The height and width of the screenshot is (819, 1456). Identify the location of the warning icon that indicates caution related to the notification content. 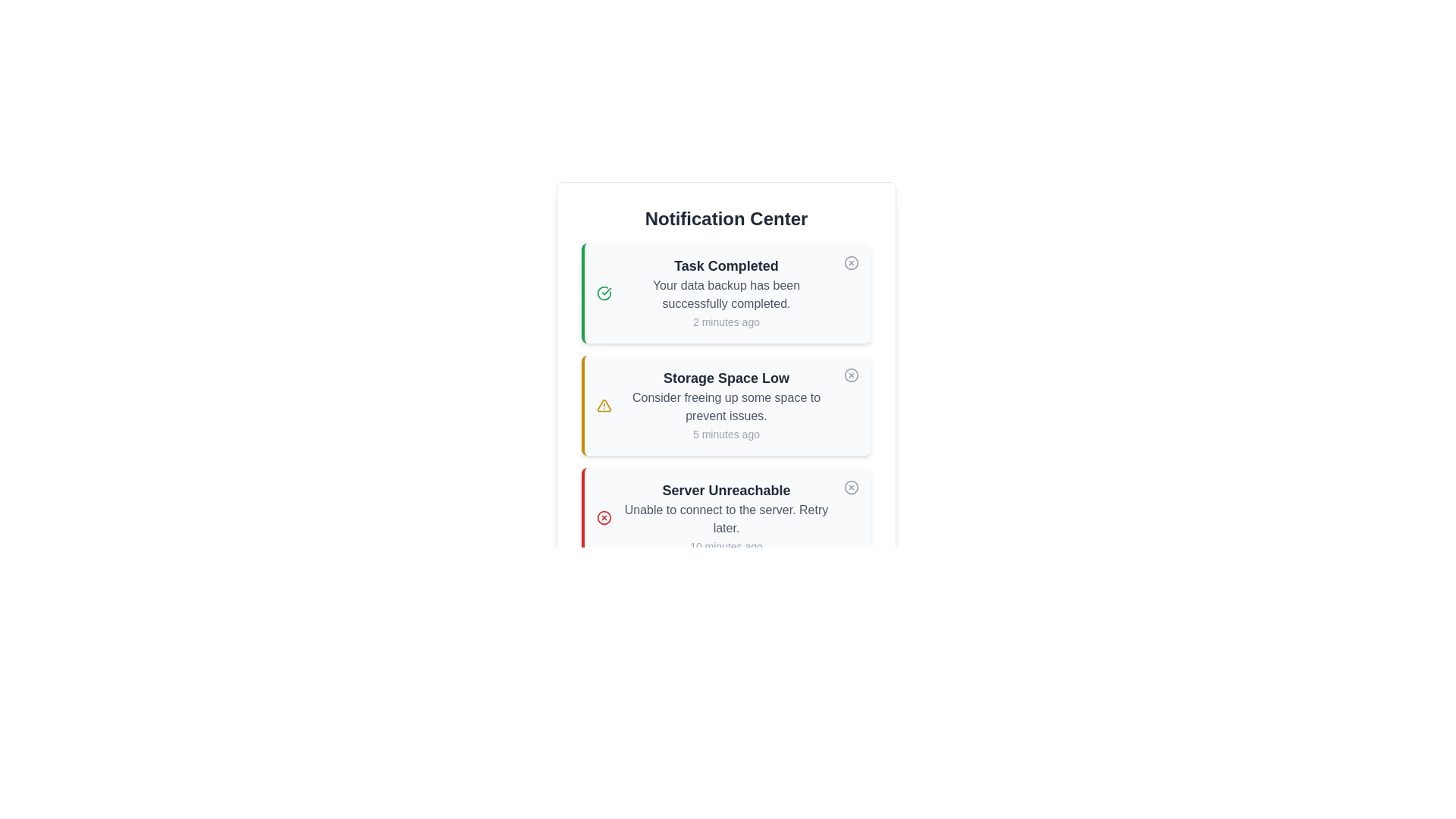
(603, 405).